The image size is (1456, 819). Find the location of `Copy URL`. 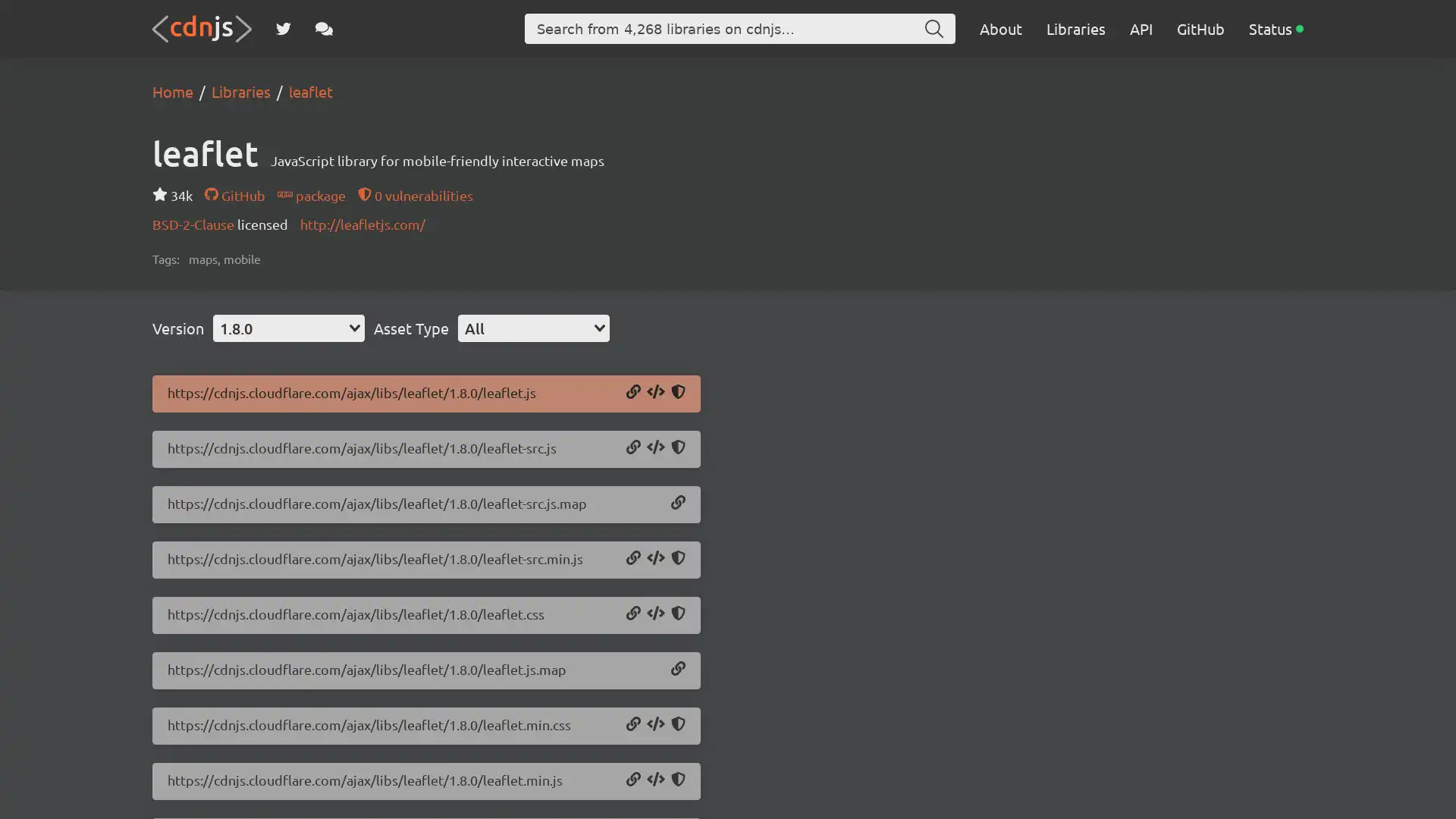

Copy URL is located at coordinates (633, 392).